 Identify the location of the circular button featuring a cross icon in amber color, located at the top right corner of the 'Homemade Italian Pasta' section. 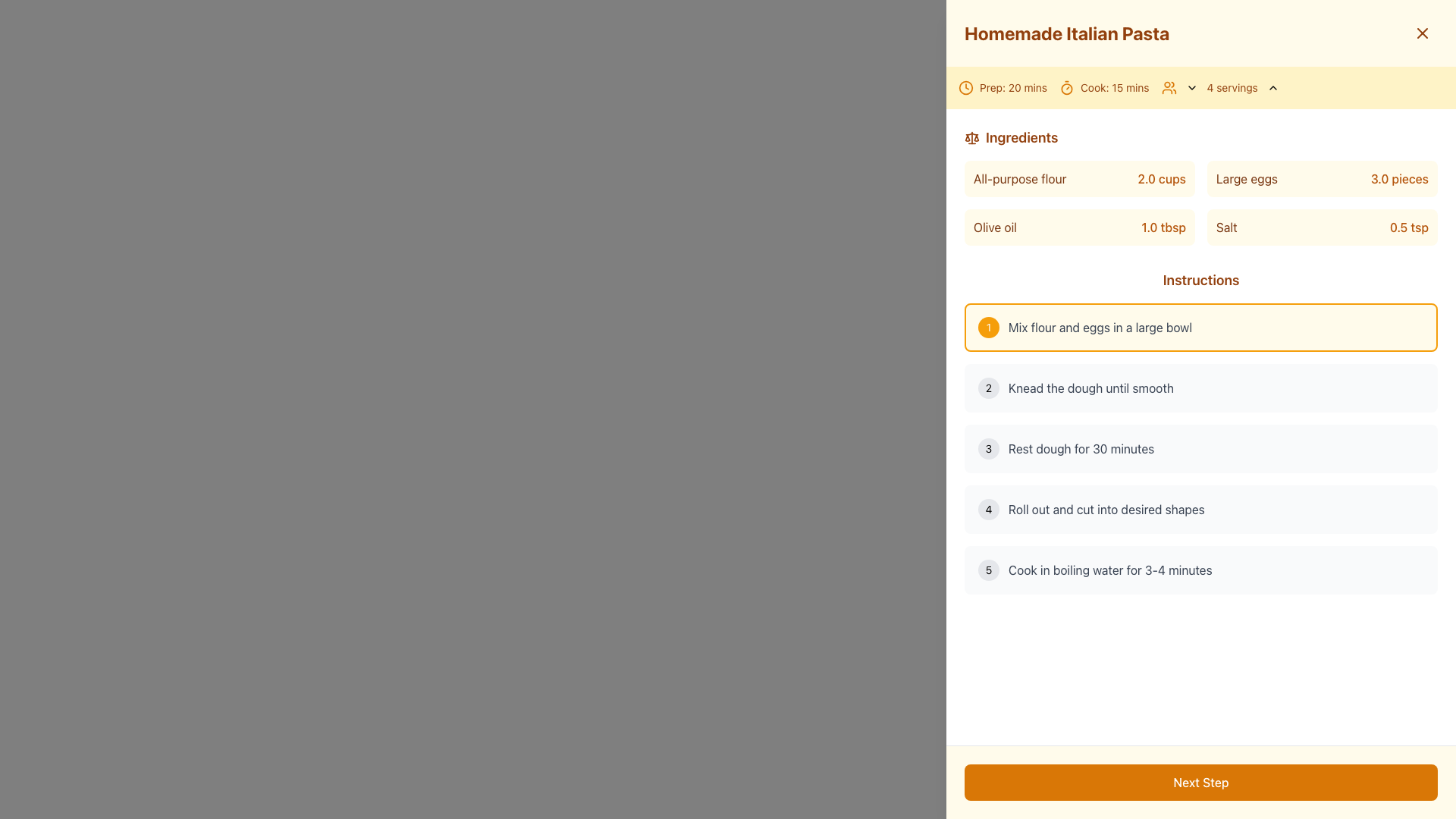
(1422, 33).